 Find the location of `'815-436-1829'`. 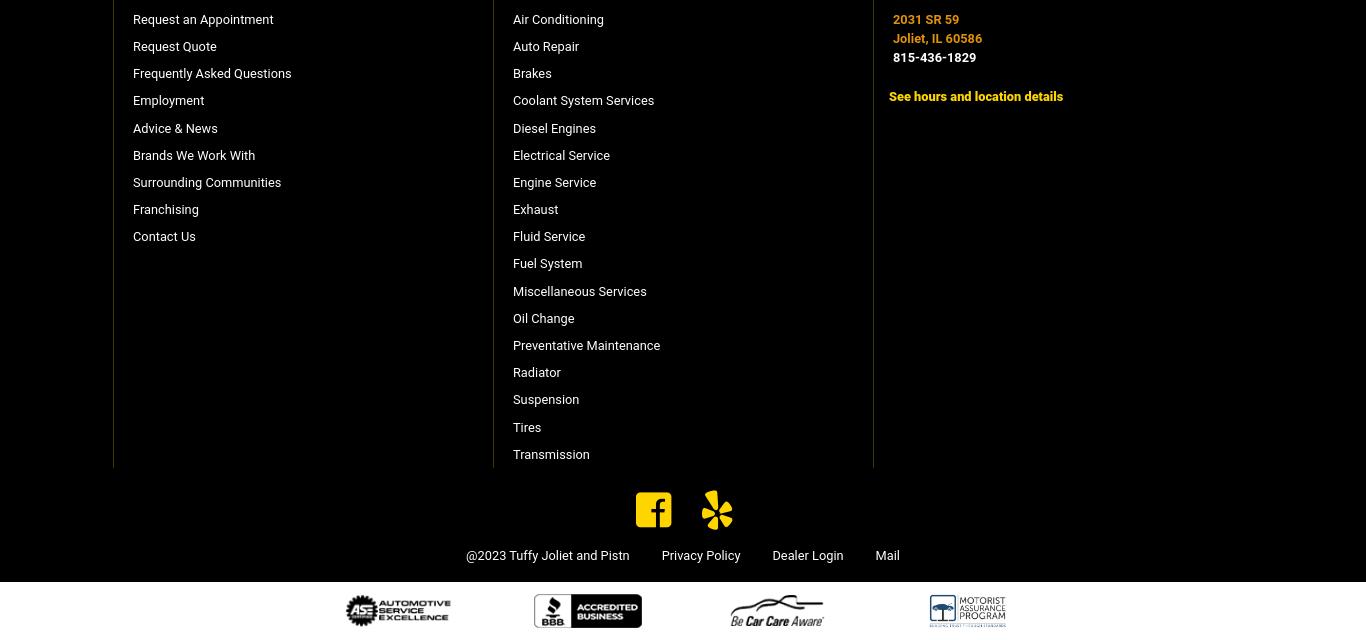

'815-436-1829' is located at coordinates (890, 57).